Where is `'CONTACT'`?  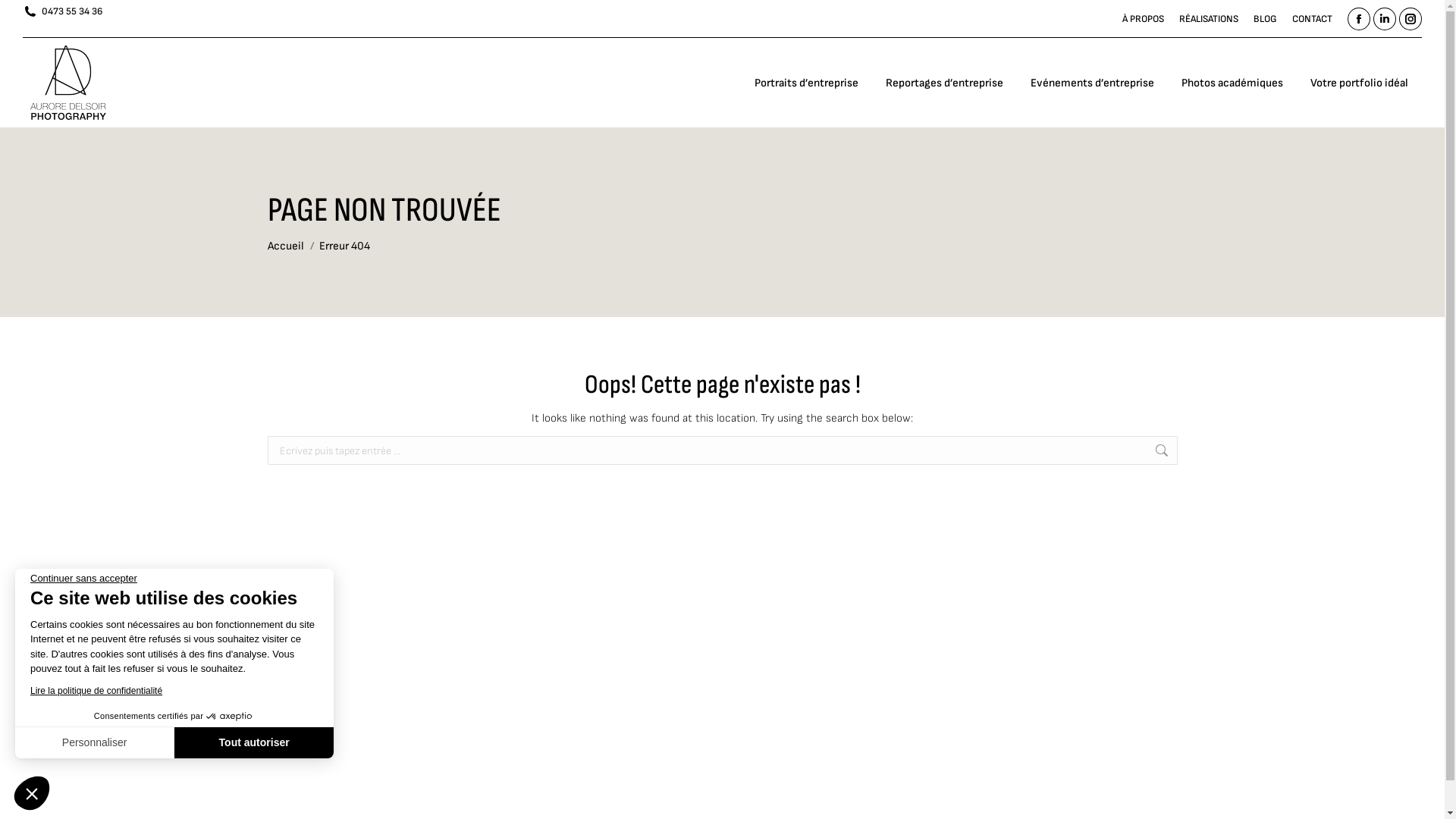 'CONTACT' is located at coordinates (1311, 19).